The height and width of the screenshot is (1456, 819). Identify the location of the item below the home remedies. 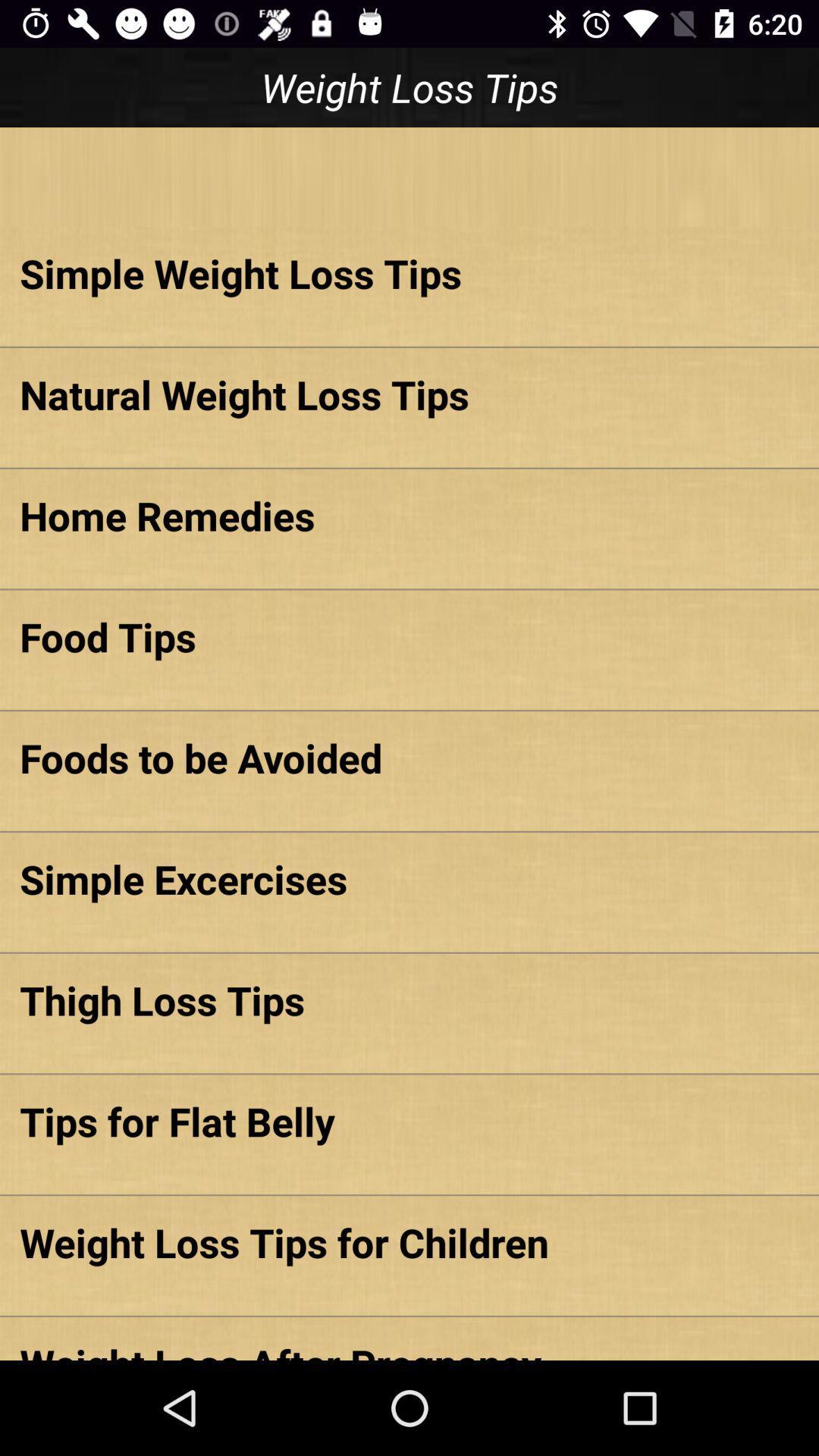
(409, 636).